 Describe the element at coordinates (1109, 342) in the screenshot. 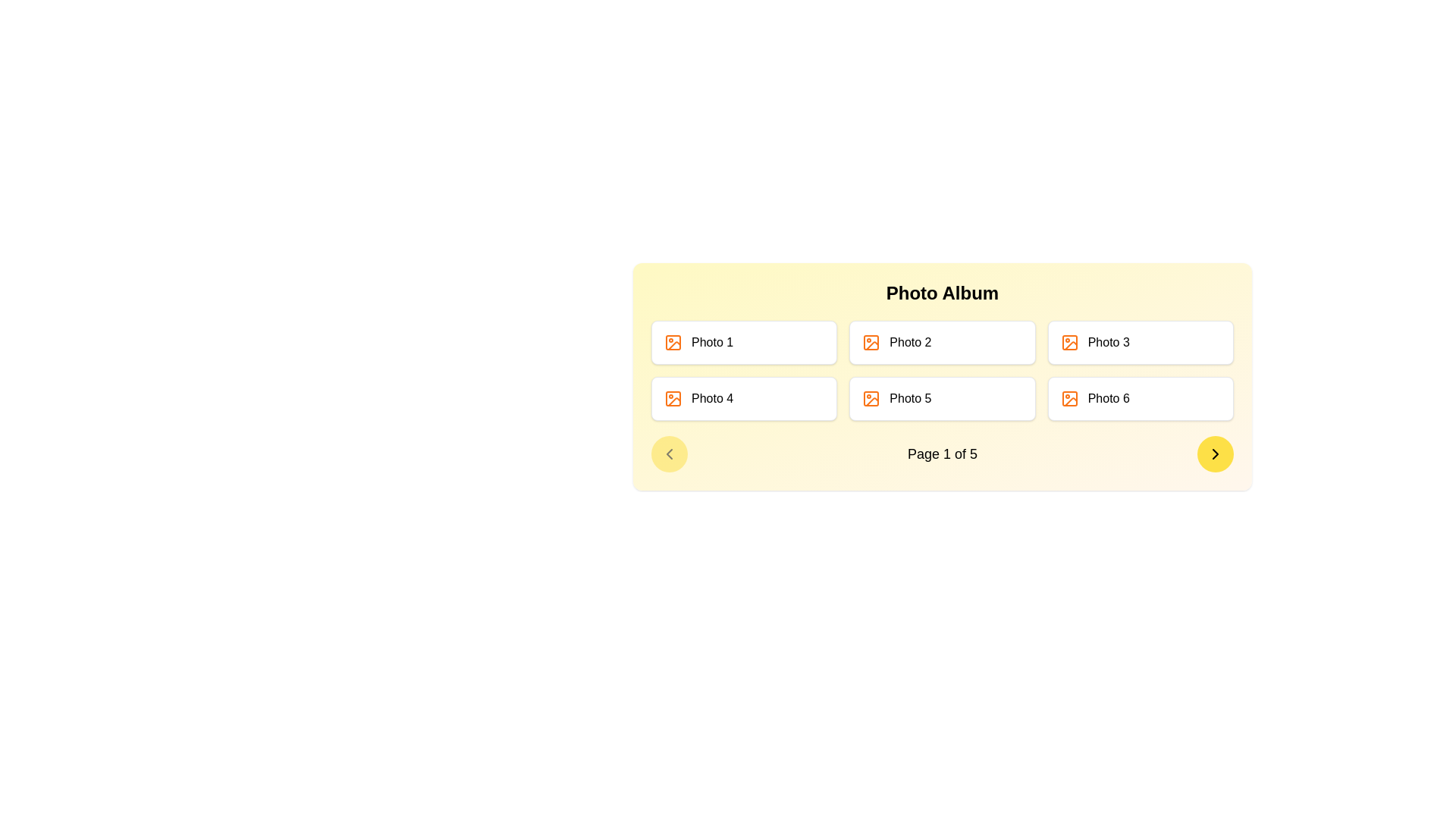

I see `the 'Photo 3' label, which is styled in black bold font and is the third item from the left in the top row of a grid displaying photo labels in a photo album interface, to use it as a reference to identify a photo` at that location.